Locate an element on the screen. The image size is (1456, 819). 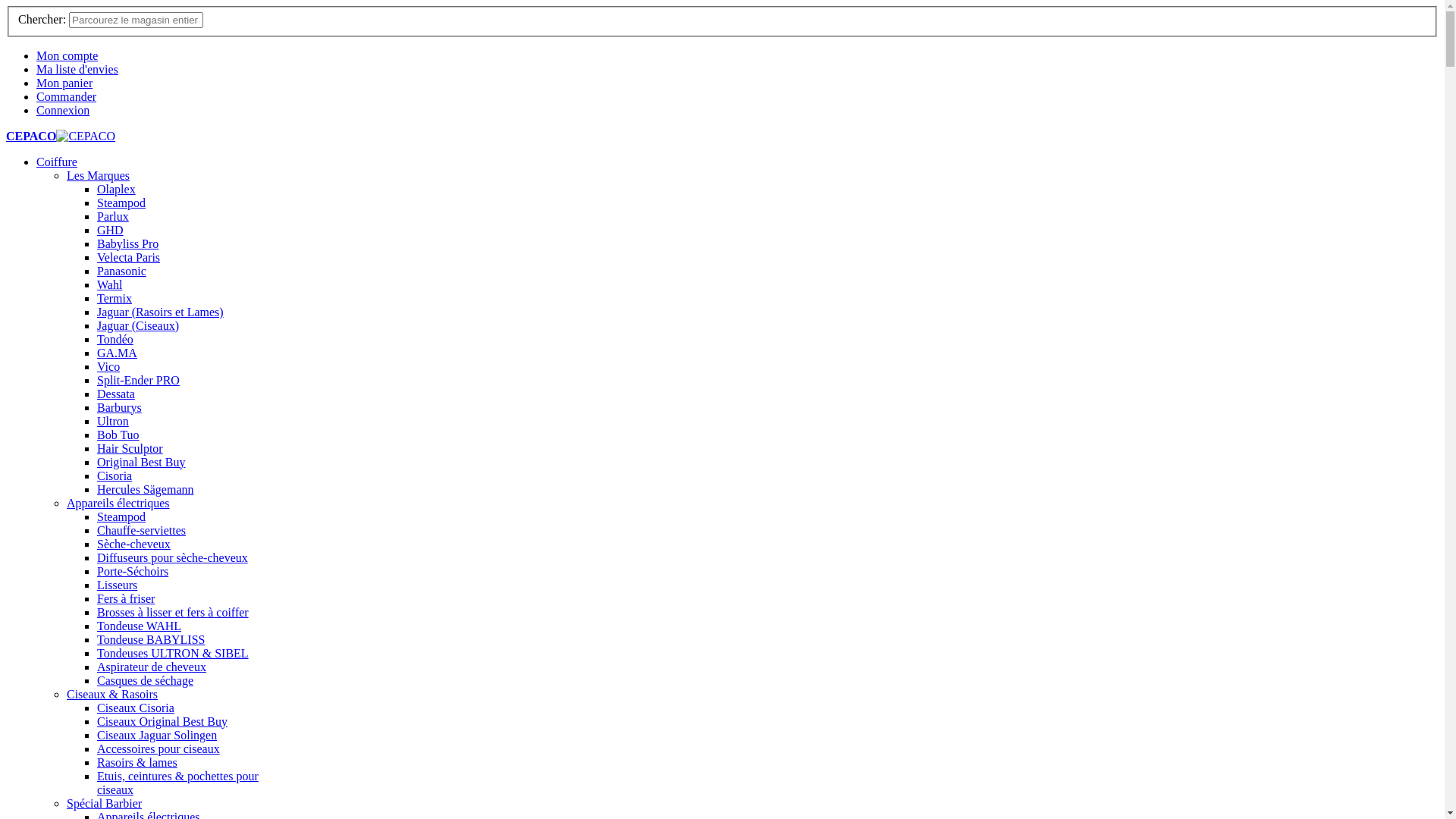
'Jaguar (Ciseaux)' is located at coordinates (138, 325).